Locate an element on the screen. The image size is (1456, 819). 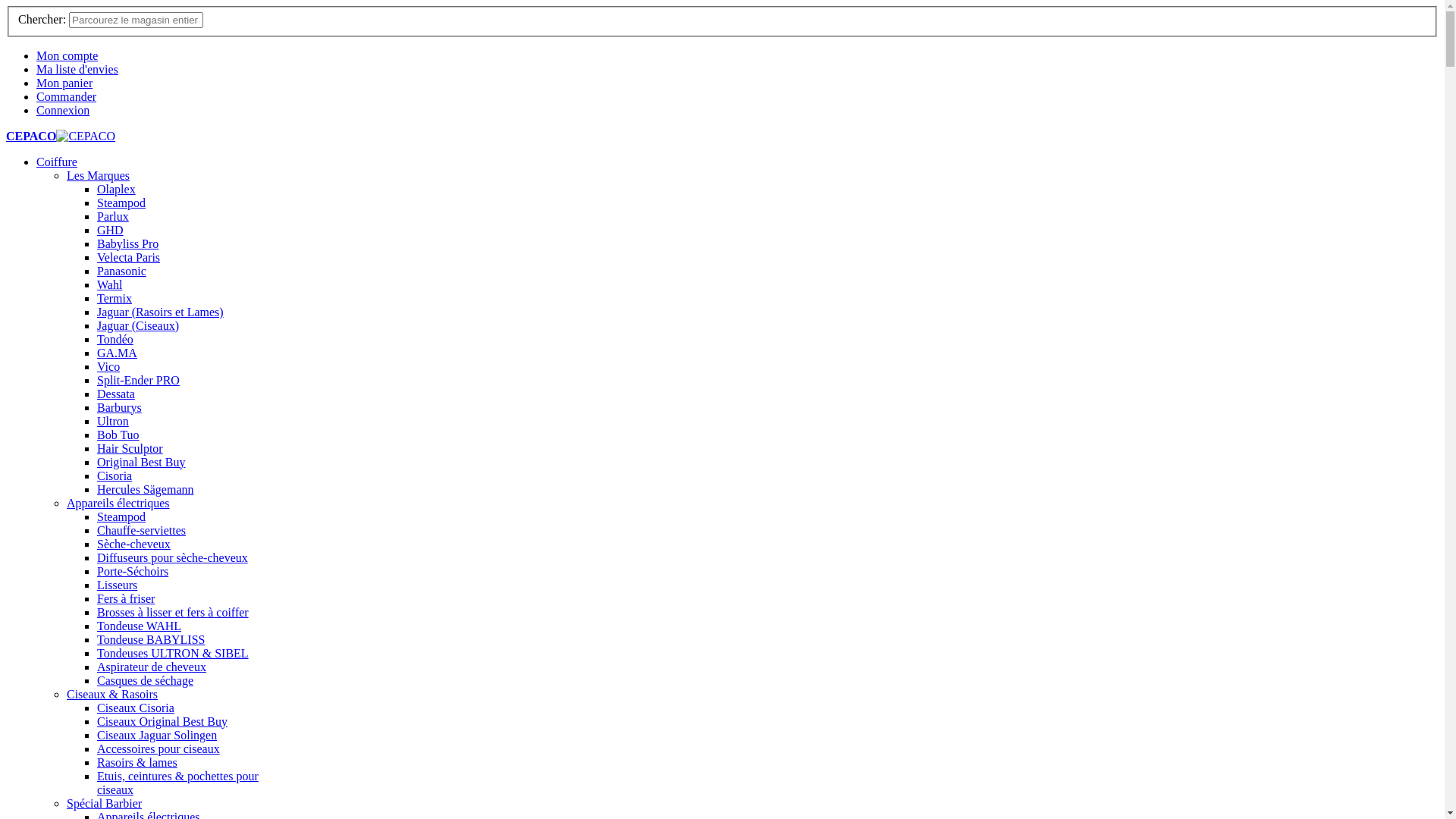
'Jaguar (Ciseaux)' is located at coordinates (138, 325).